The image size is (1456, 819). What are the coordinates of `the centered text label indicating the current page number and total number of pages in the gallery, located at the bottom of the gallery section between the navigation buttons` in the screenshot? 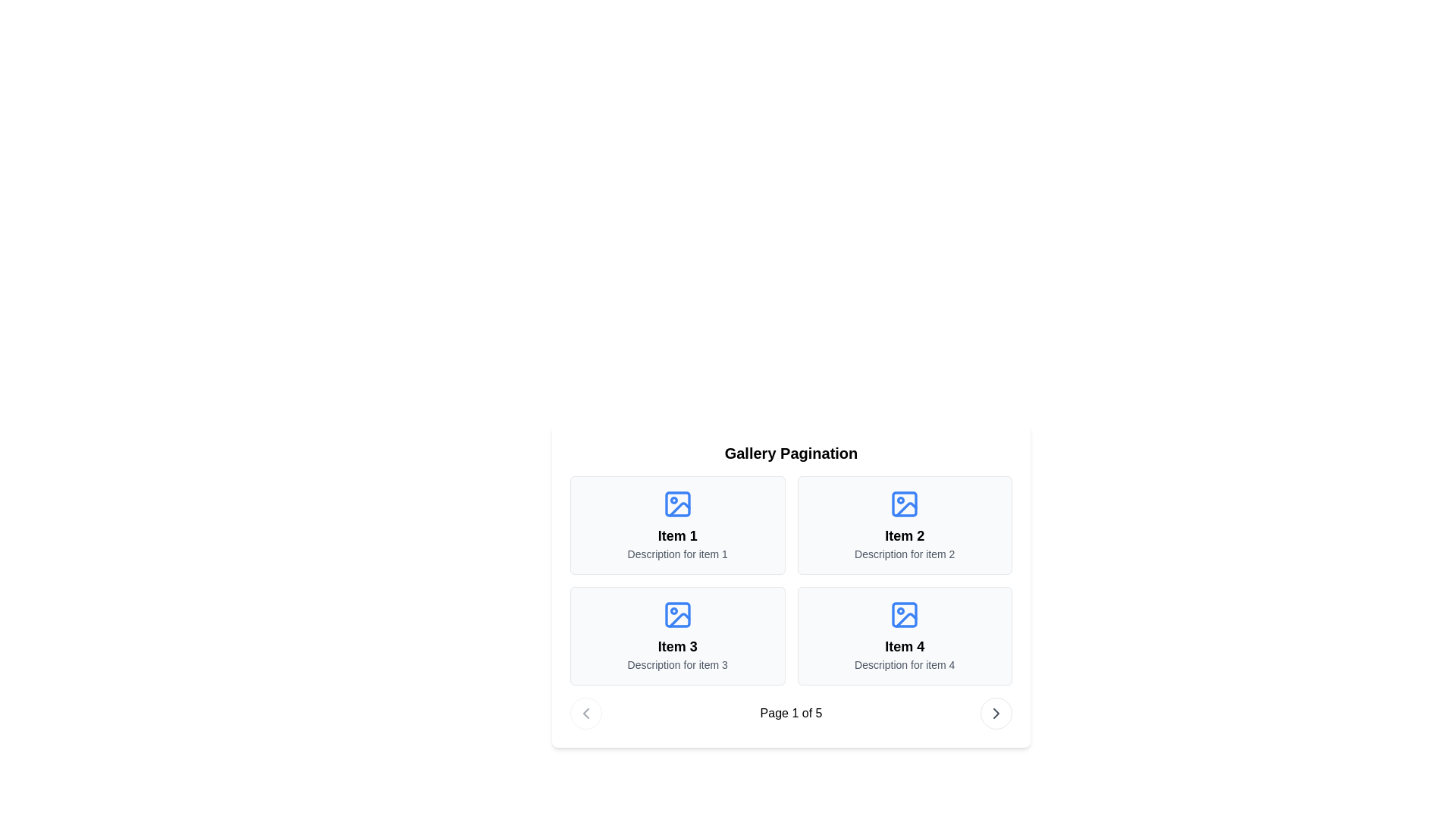 It's located at (790, 714).